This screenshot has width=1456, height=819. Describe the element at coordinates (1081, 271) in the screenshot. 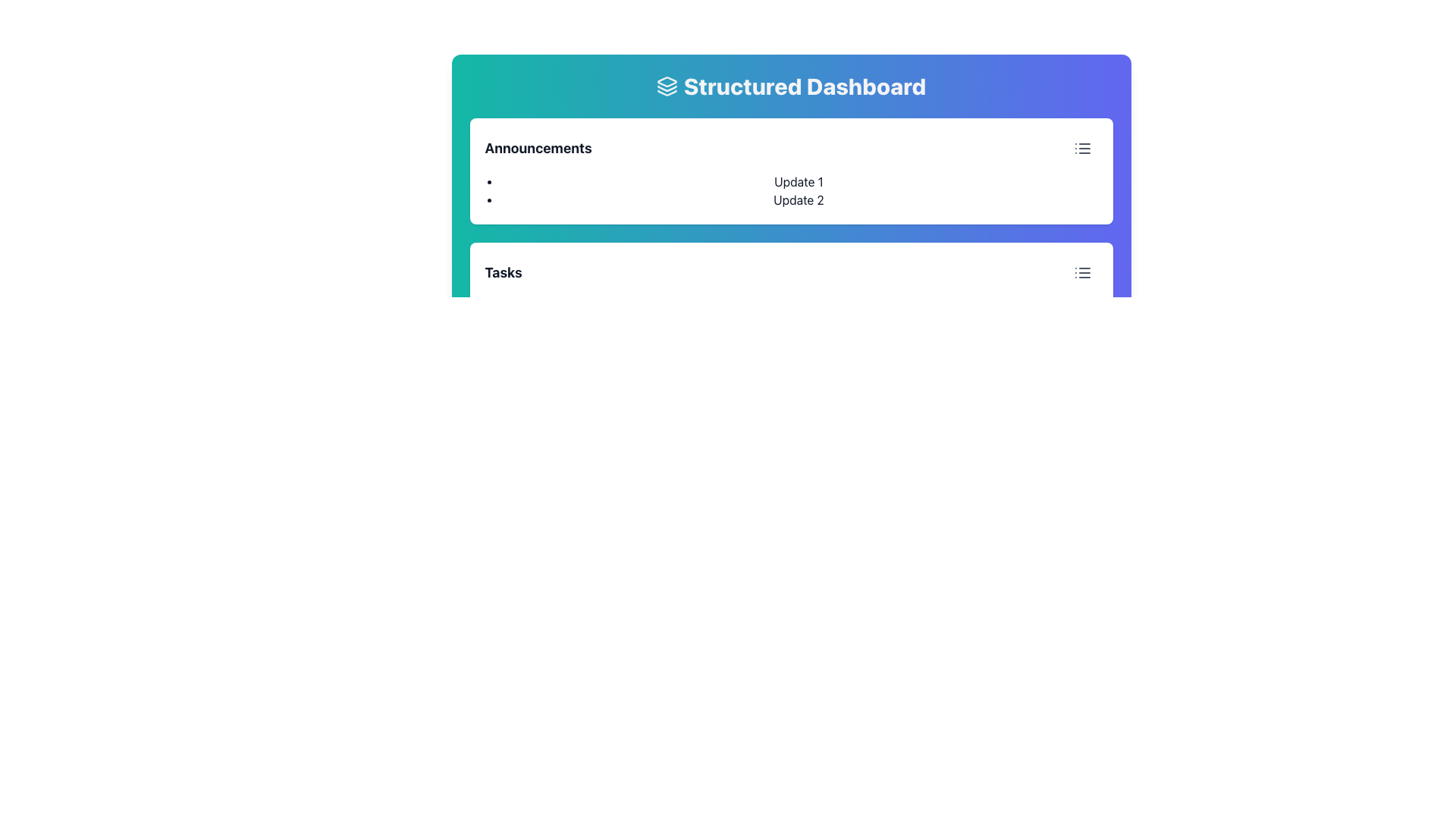

I see `the small circular icon featuring a list-style graphic located near the right edge of the section containing the 'Tasks' heading` at that location.